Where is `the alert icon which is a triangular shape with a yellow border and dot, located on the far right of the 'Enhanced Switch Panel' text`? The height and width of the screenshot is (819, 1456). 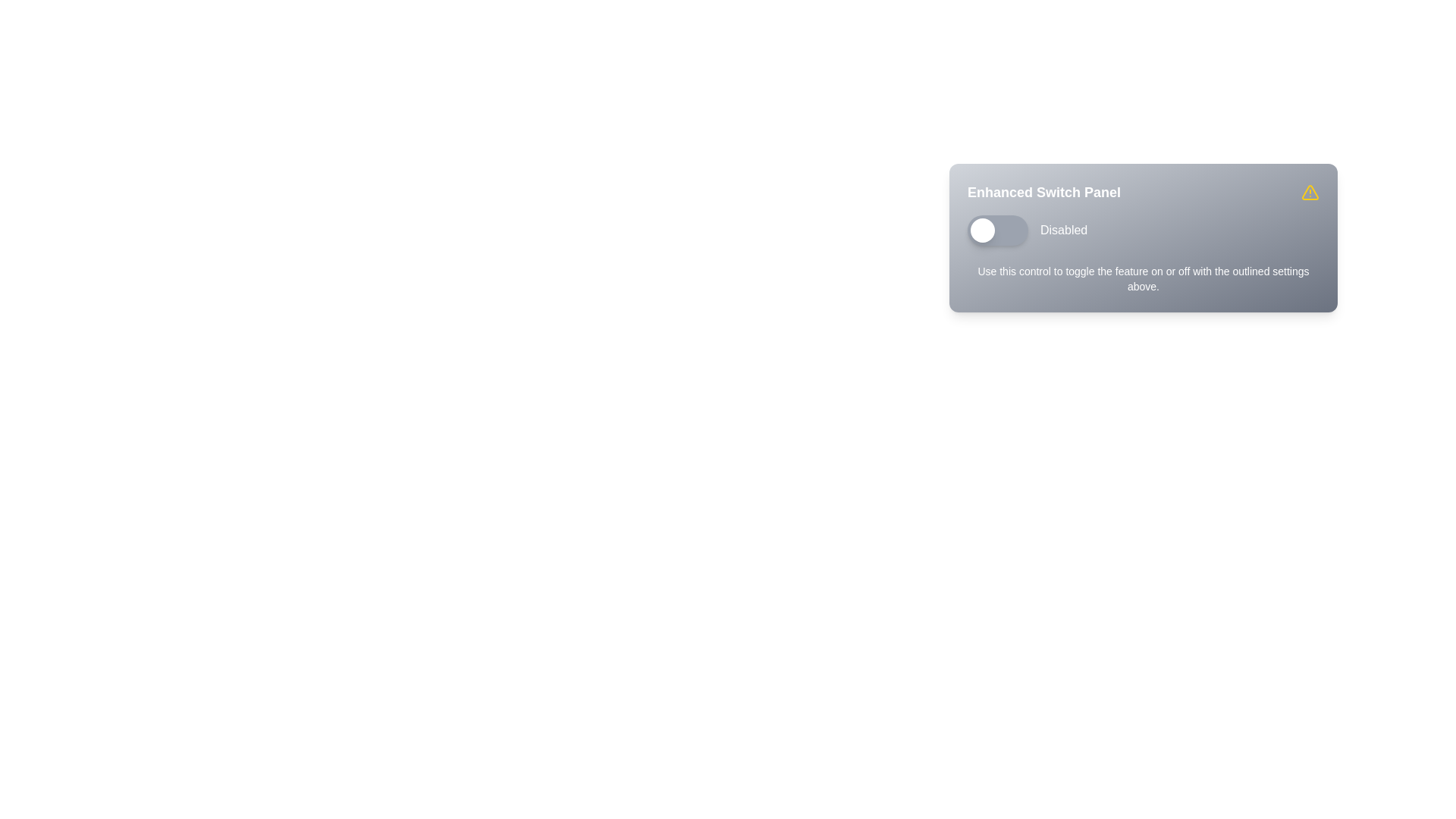 the alert icon which is a triangular shape with a yellow border and dot, located on the far right of the 'Enhanced Switch Panel' text is located at coordinates (1310, 192).